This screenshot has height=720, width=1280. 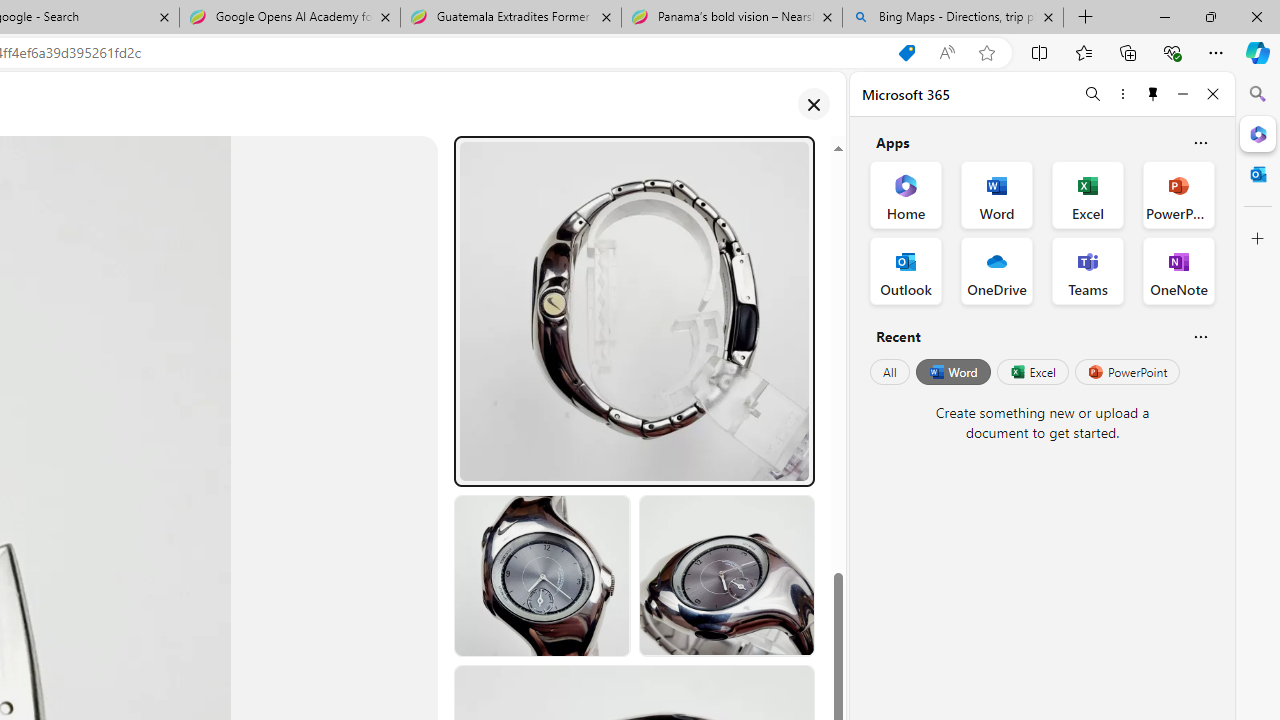 What do you see at coordinates (1032, 372) in the screenshot?
I see `'Excel'` at bounding box center [1032, 372].